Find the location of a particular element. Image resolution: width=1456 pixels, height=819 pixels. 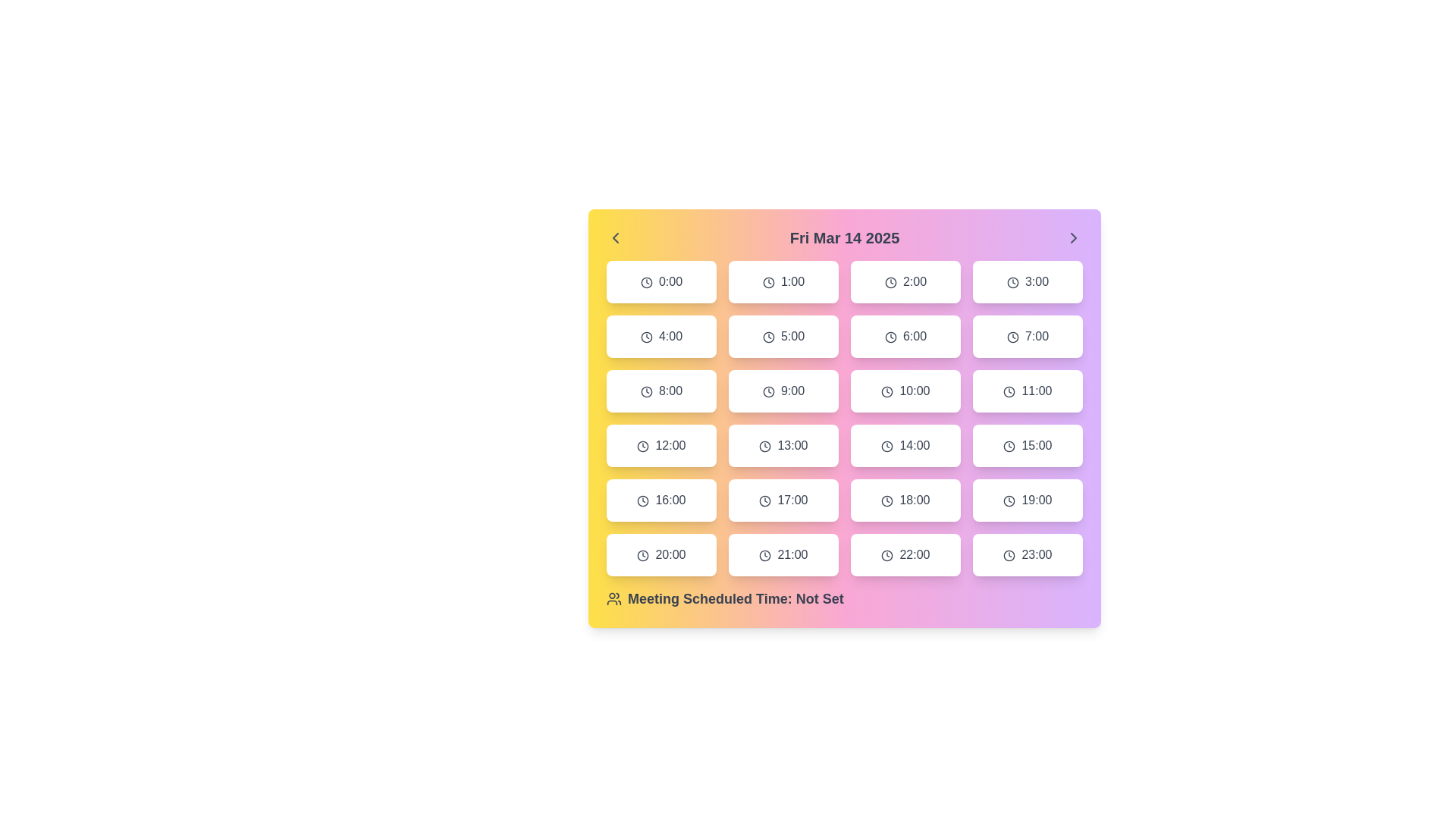

the back navigation button (Chevron Icon) located on the far-left side of the header section is located at coordinates (615, 237).